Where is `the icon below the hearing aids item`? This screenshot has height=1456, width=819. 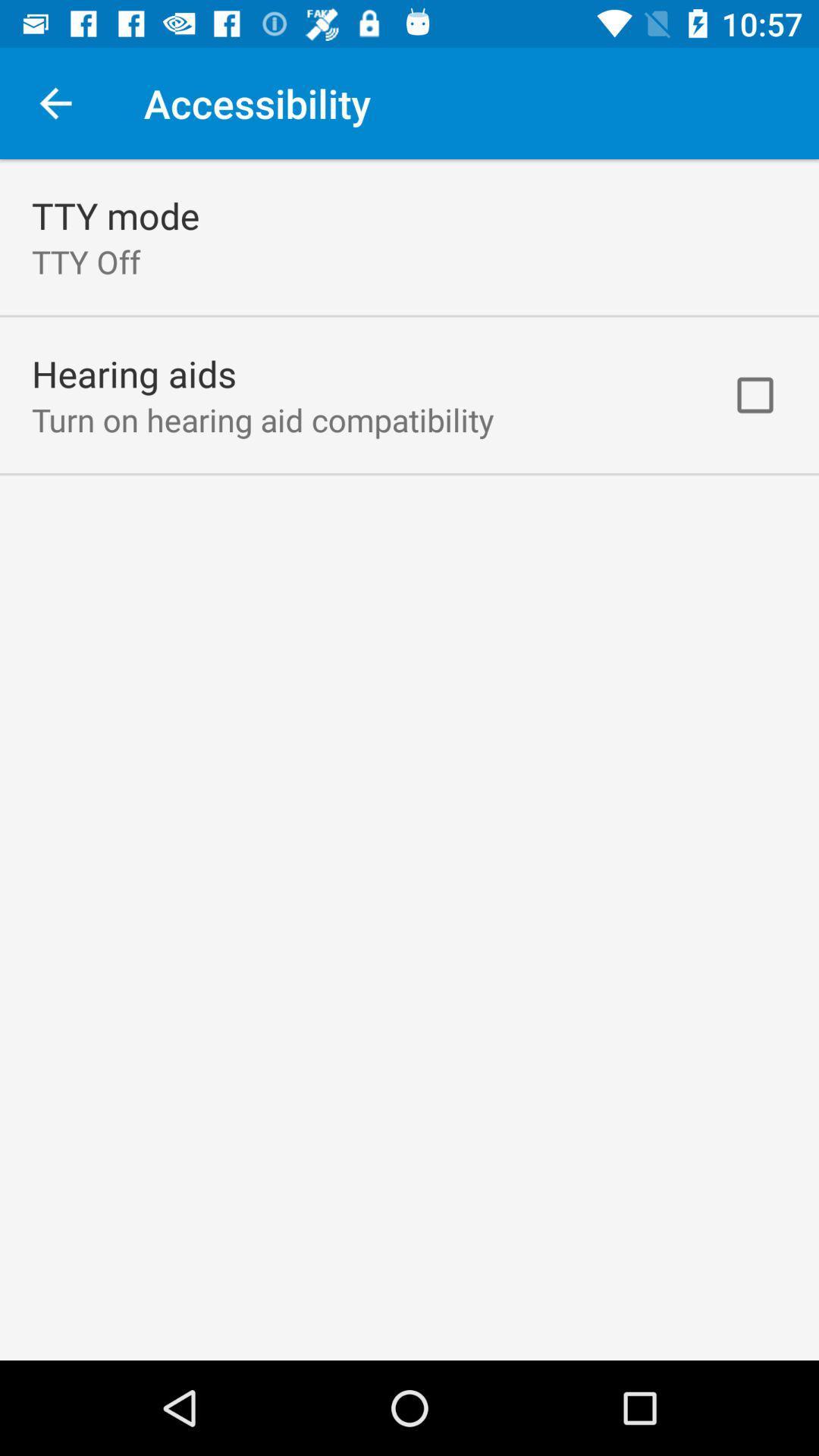
the icon below the hearing aids item is located at coordinates (262, 419).